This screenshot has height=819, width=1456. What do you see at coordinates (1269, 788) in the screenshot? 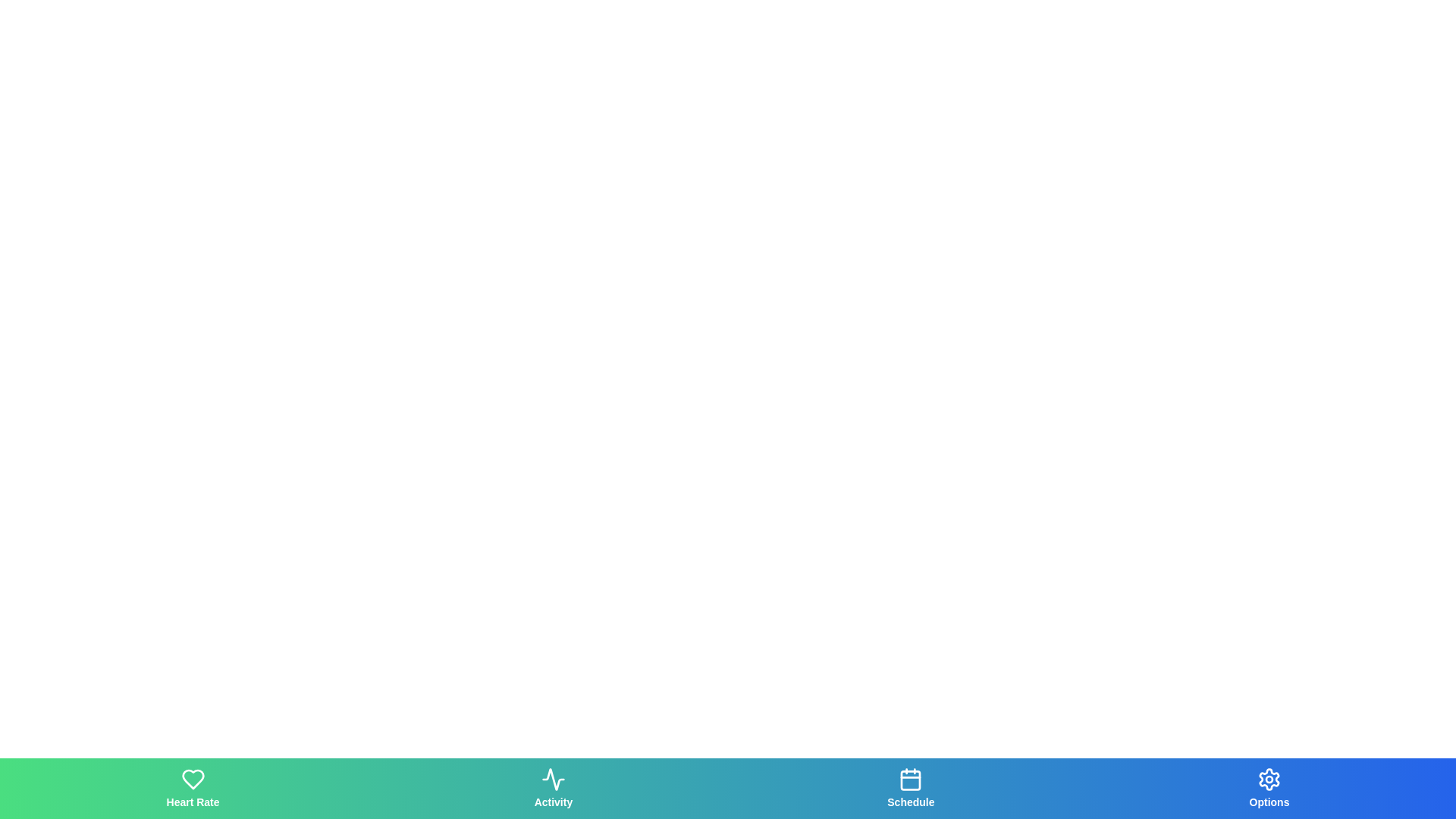
I see `the tab labeled Options to observe its hover effects` at bounding box center [1269, 788].